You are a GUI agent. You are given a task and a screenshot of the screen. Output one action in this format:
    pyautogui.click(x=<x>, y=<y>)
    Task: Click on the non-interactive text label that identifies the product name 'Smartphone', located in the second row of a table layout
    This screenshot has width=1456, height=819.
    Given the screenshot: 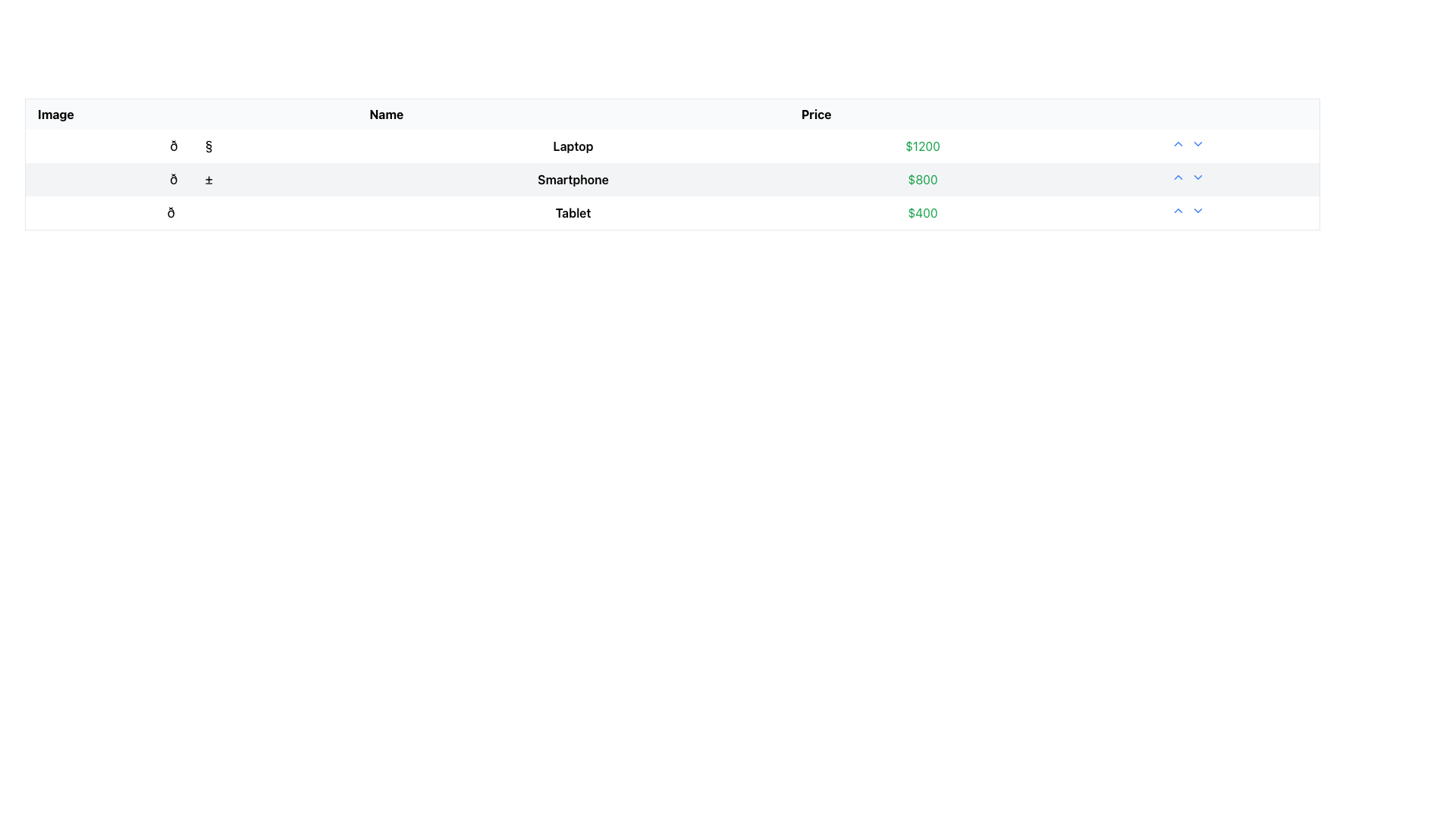 What is the action you would take?
    pyautogui.click(x=573, y=178)
    